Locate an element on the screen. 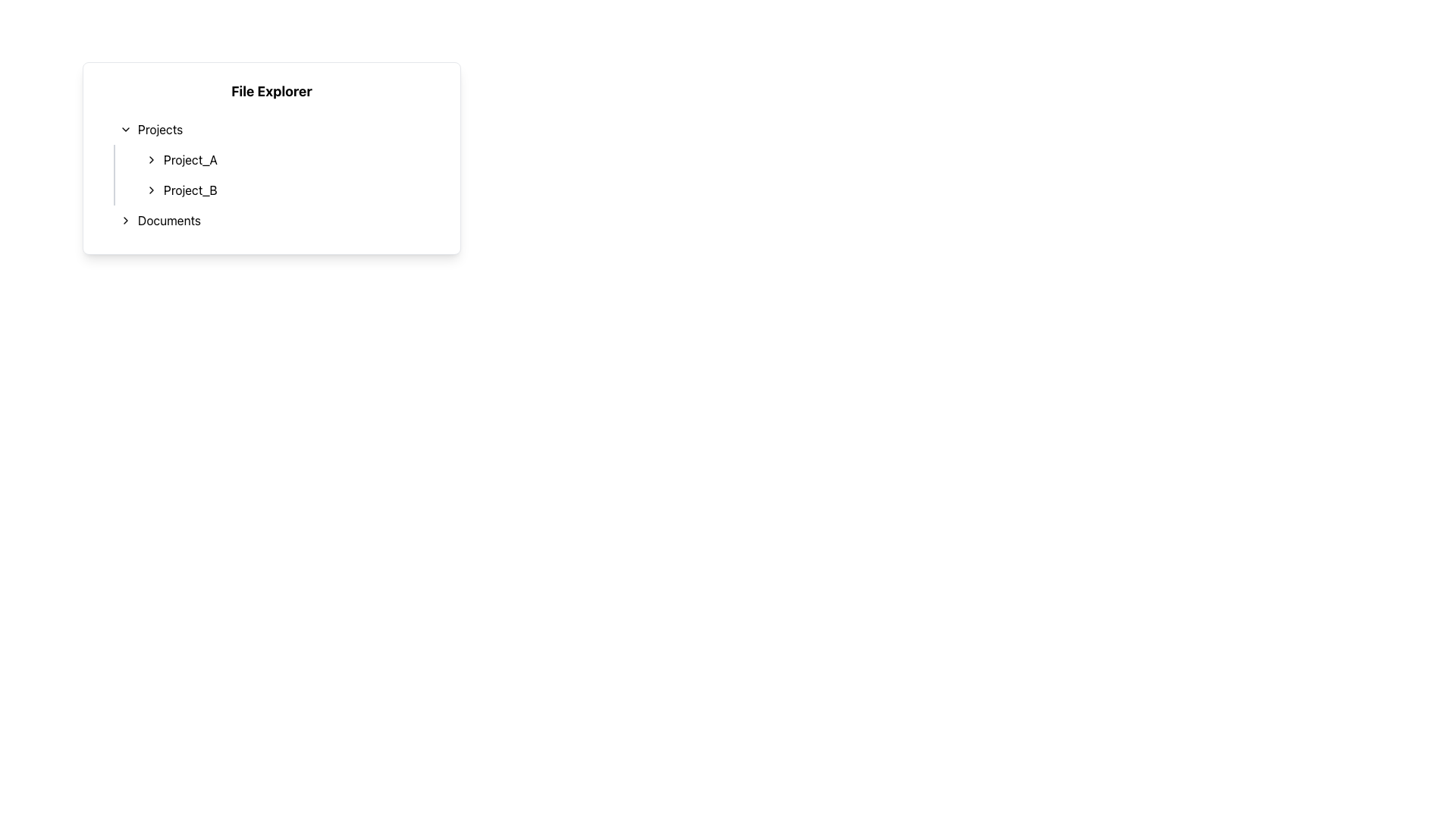  the 'Project_A' entry in the project navigation list is located at coordinates (284, 160).